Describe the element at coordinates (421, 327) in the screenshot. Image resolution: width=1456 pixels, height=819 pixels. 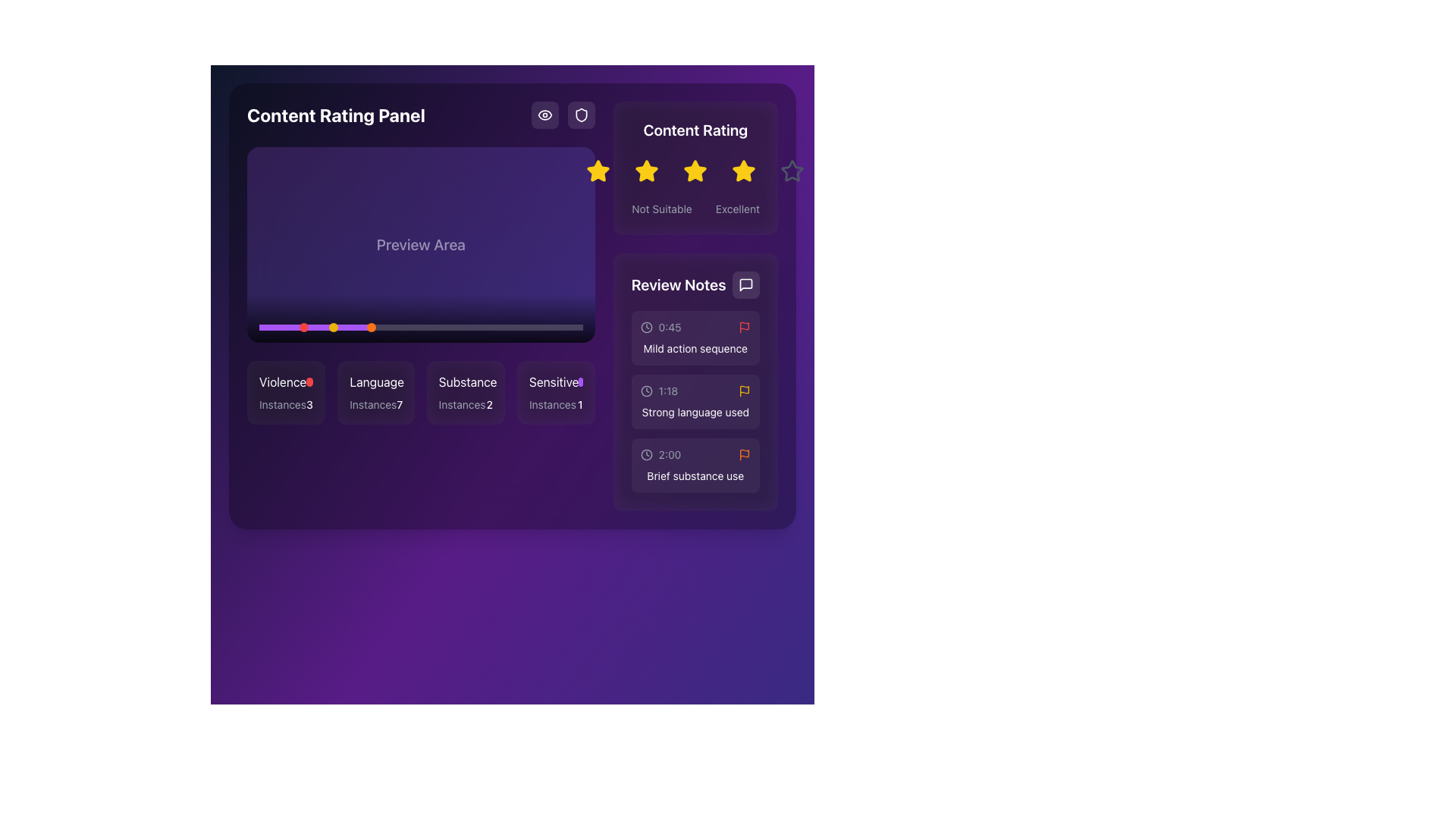
I see `the Progress bar or timeline located beneath the 'Preview Area', characterized by a thin horizontal design with a semi-transparent light overlay and rounded color-filled markers` at that location.